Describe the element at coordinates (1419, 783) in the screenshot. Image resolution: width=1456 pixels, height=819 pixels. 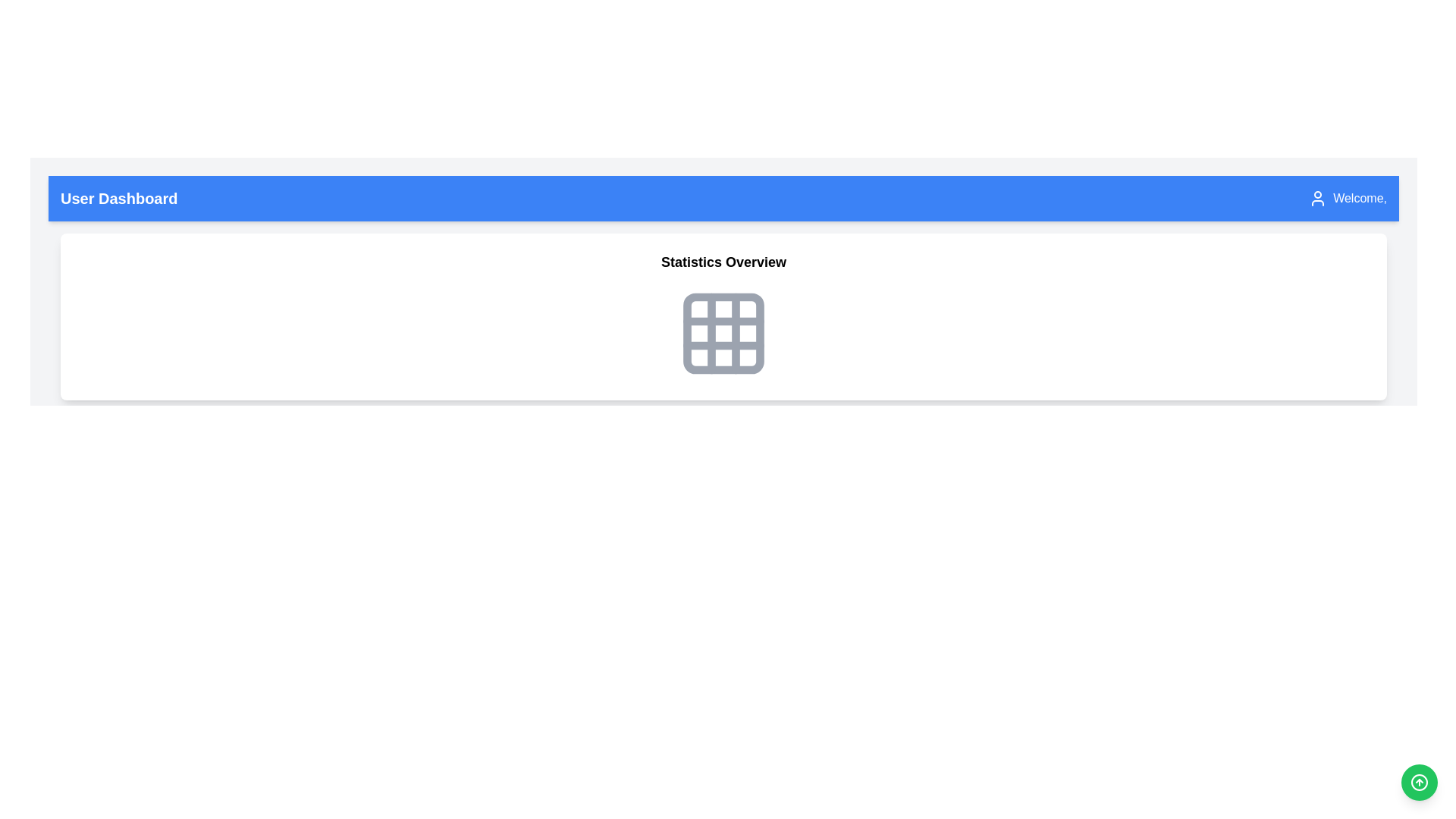
I see `the circular outline icon located in the bottom-right corner of the interface` at that location.